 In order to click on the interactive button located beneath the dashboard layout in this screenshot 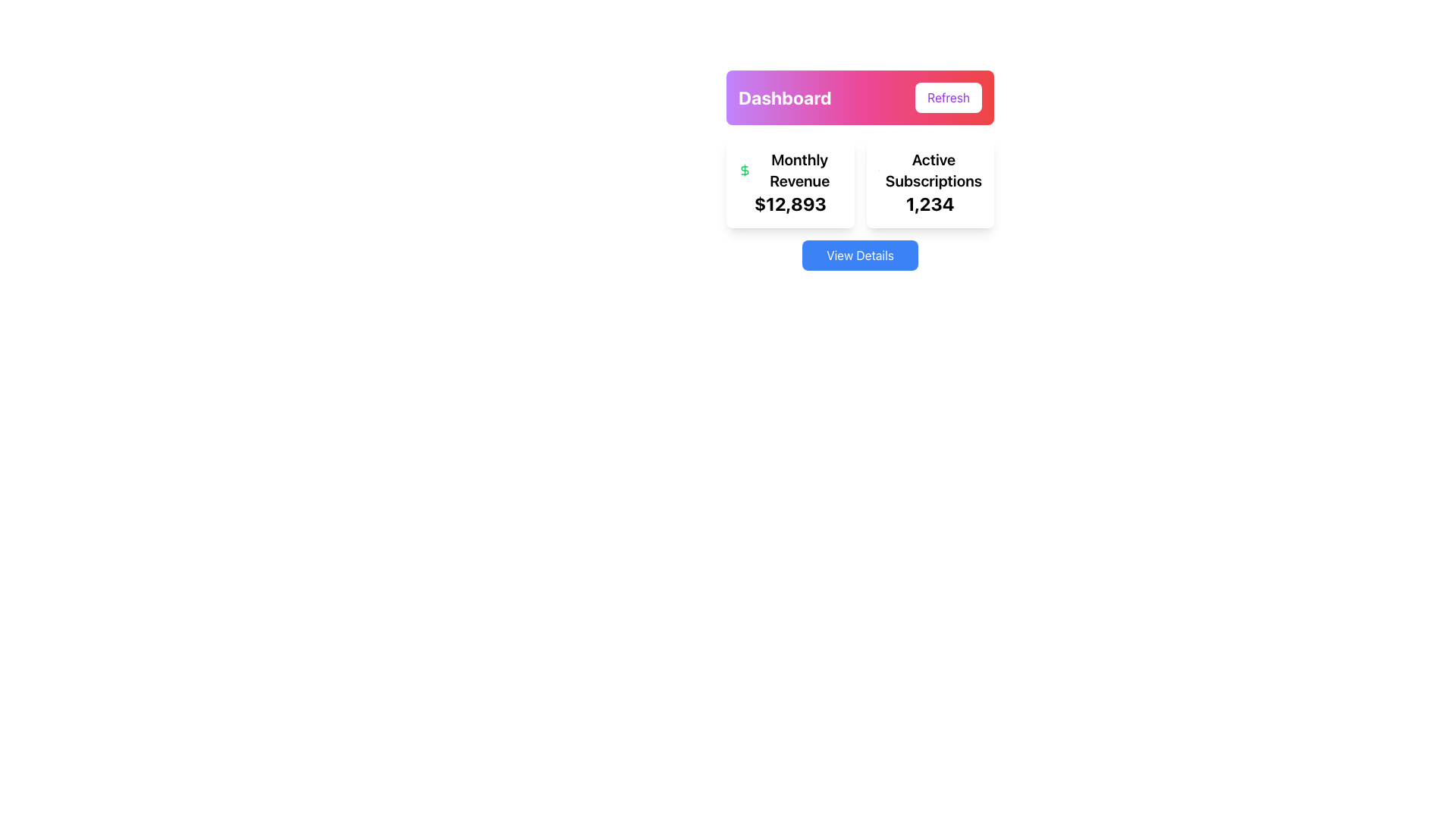, I will do `click(859, 254)`.